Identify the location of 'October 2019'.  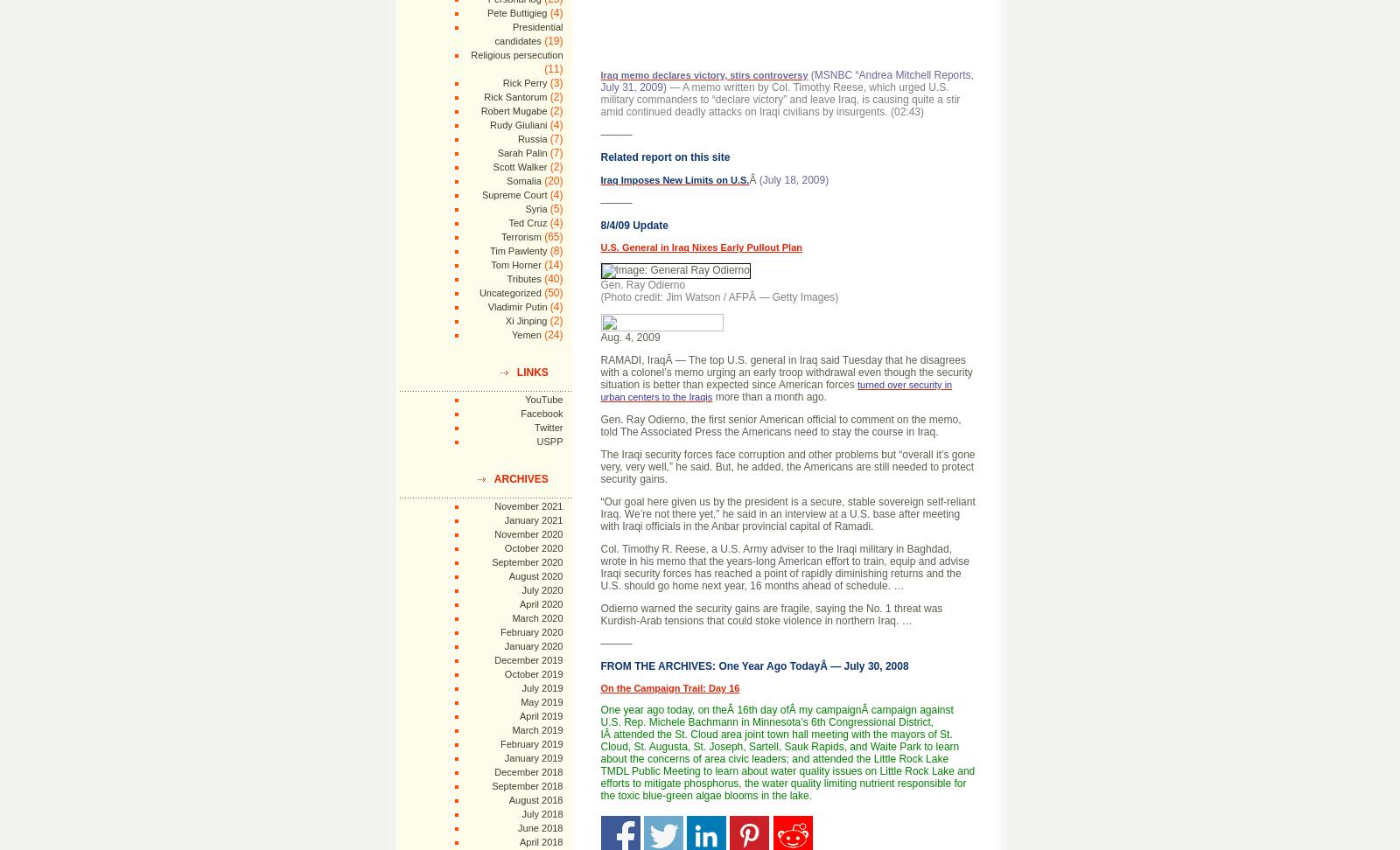
(533, 673).